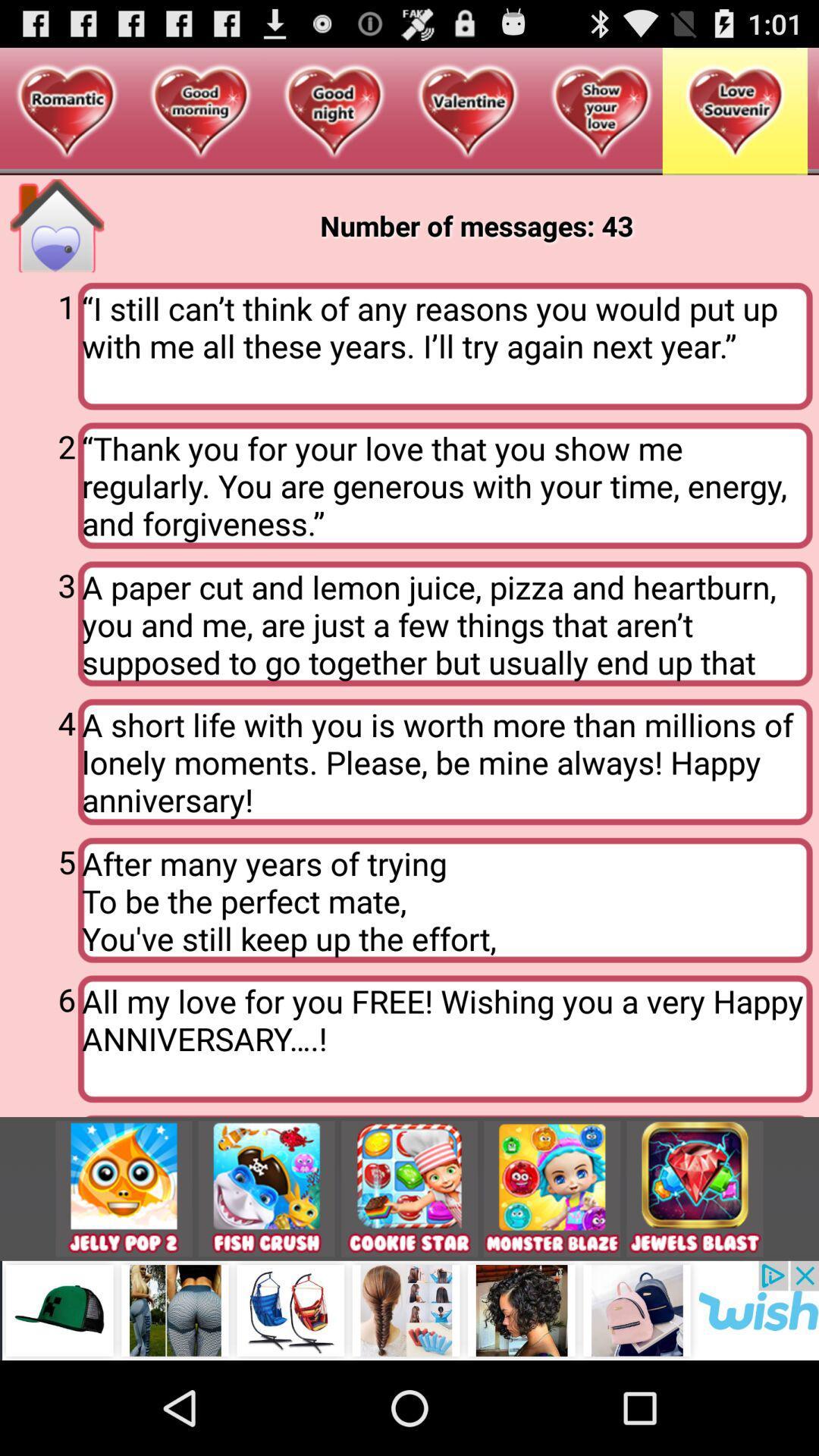 The height and width of the screenshot is (1456, 819). What do you see at coordinates (124, 1188) in the screenshot?
I see `the first image at the bottom of the page` at bounding box center [124, 1188].